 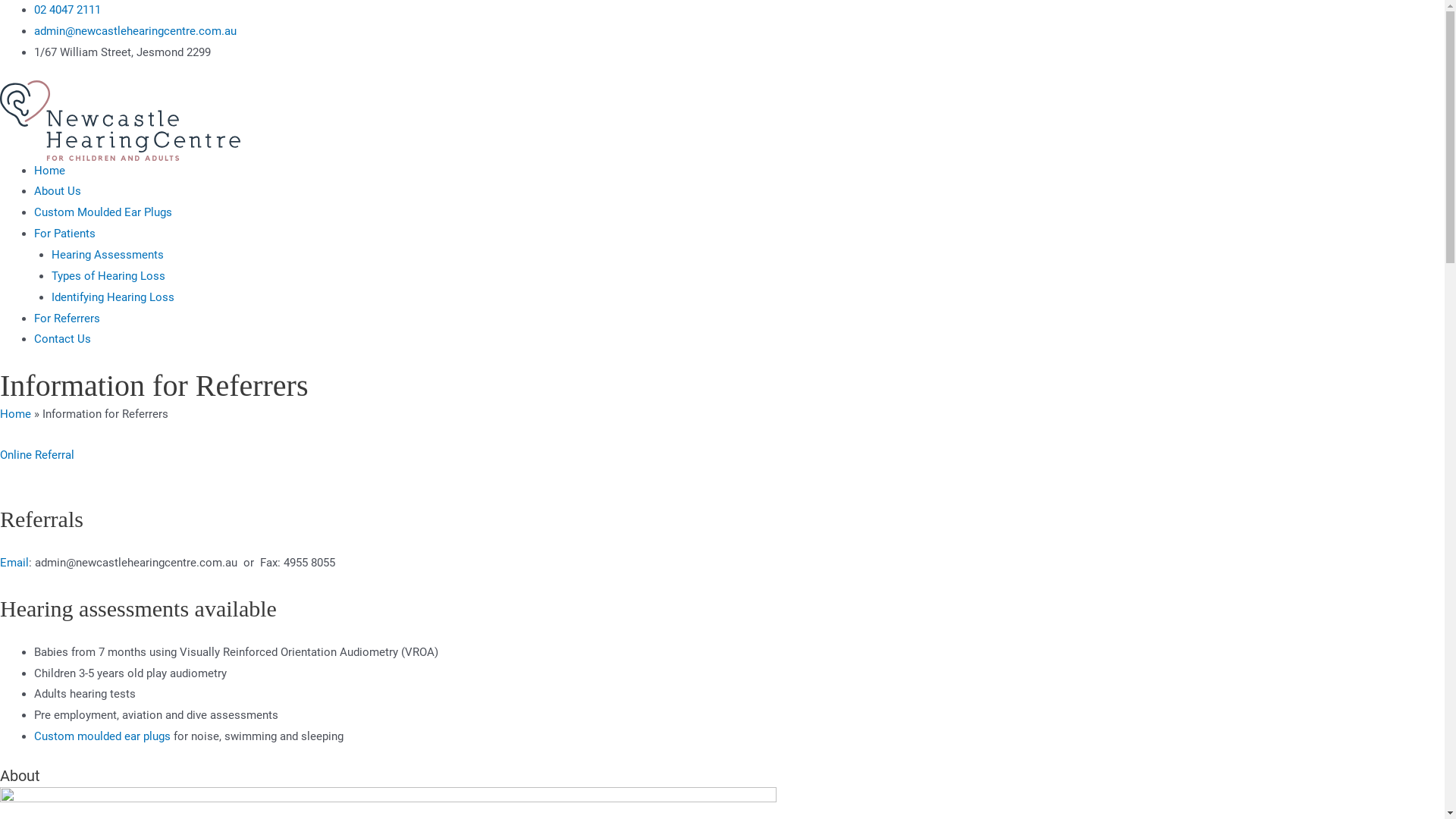 I want to click on 'Email', so click(x=0, y=562).